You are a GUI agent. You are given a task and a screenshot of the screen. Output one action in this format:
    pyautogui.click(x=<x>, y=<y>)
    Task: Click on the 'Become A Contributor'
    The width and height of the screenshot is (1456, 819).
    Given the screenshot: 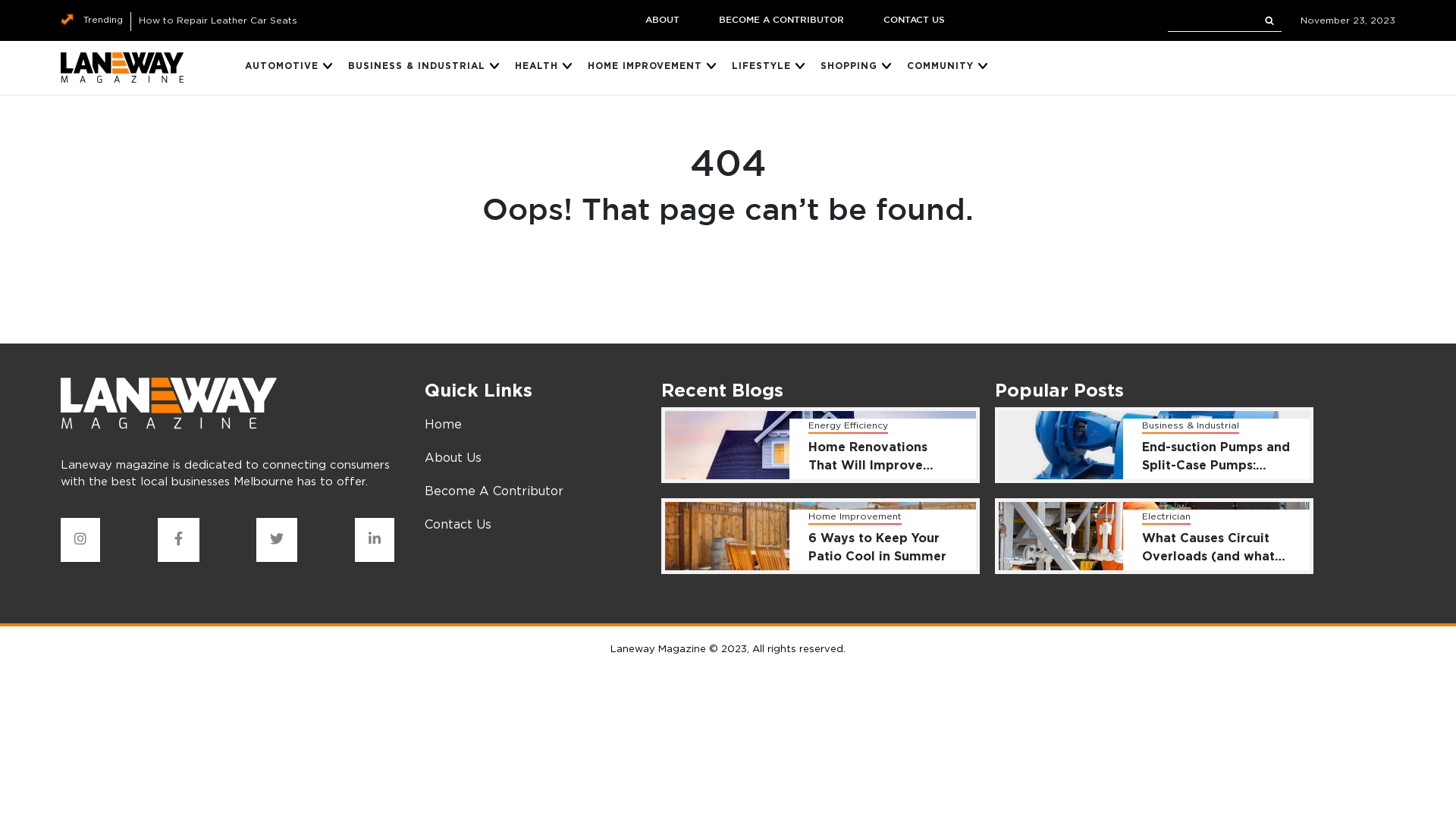 What is the action you would take?
    pyautogui.click(x=494, y=491)
    